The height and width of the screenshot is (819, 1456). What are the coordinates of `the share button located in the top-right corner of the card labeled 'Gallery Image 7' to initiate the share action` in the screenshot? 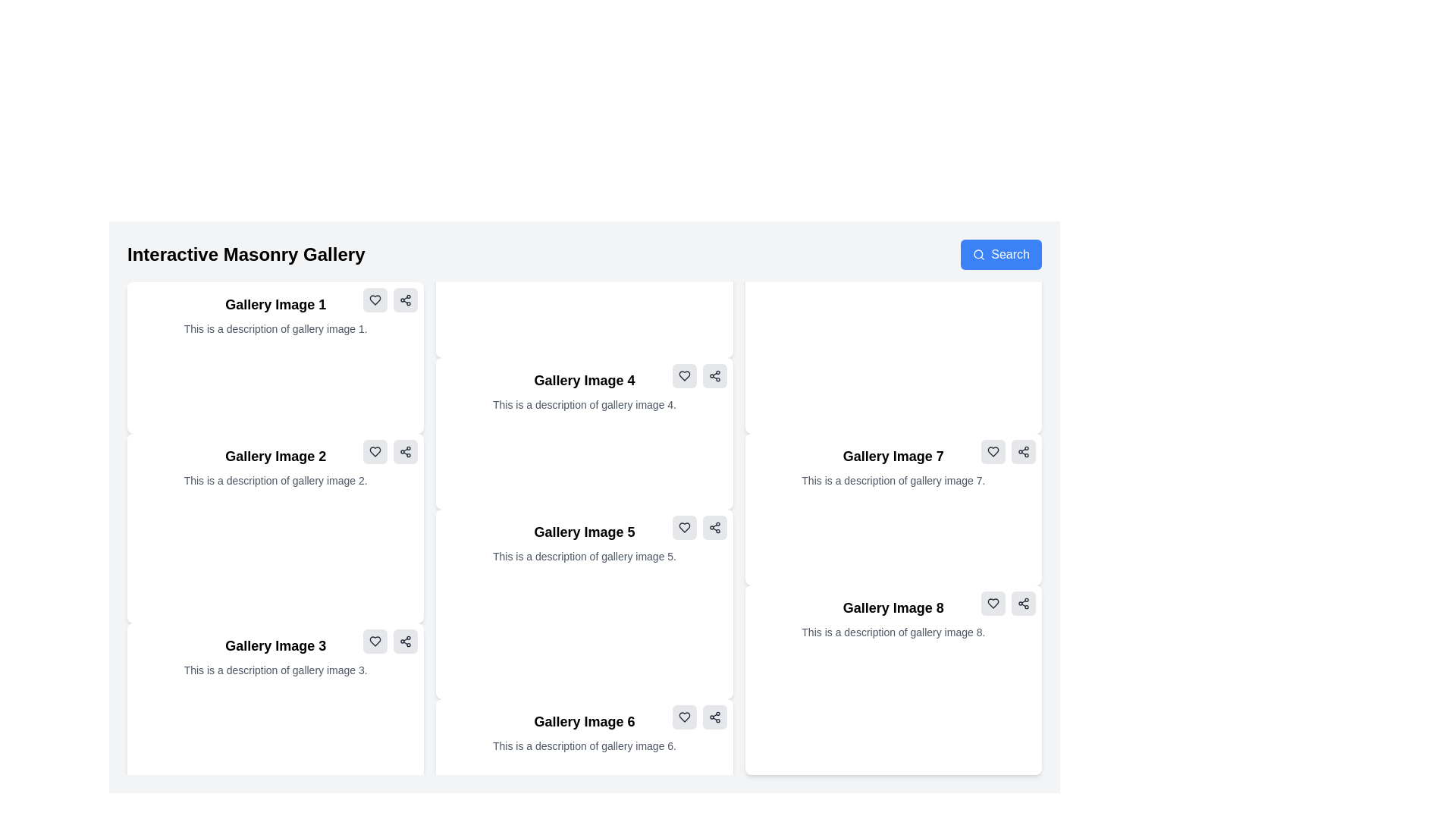 It's located at (1023, 451).